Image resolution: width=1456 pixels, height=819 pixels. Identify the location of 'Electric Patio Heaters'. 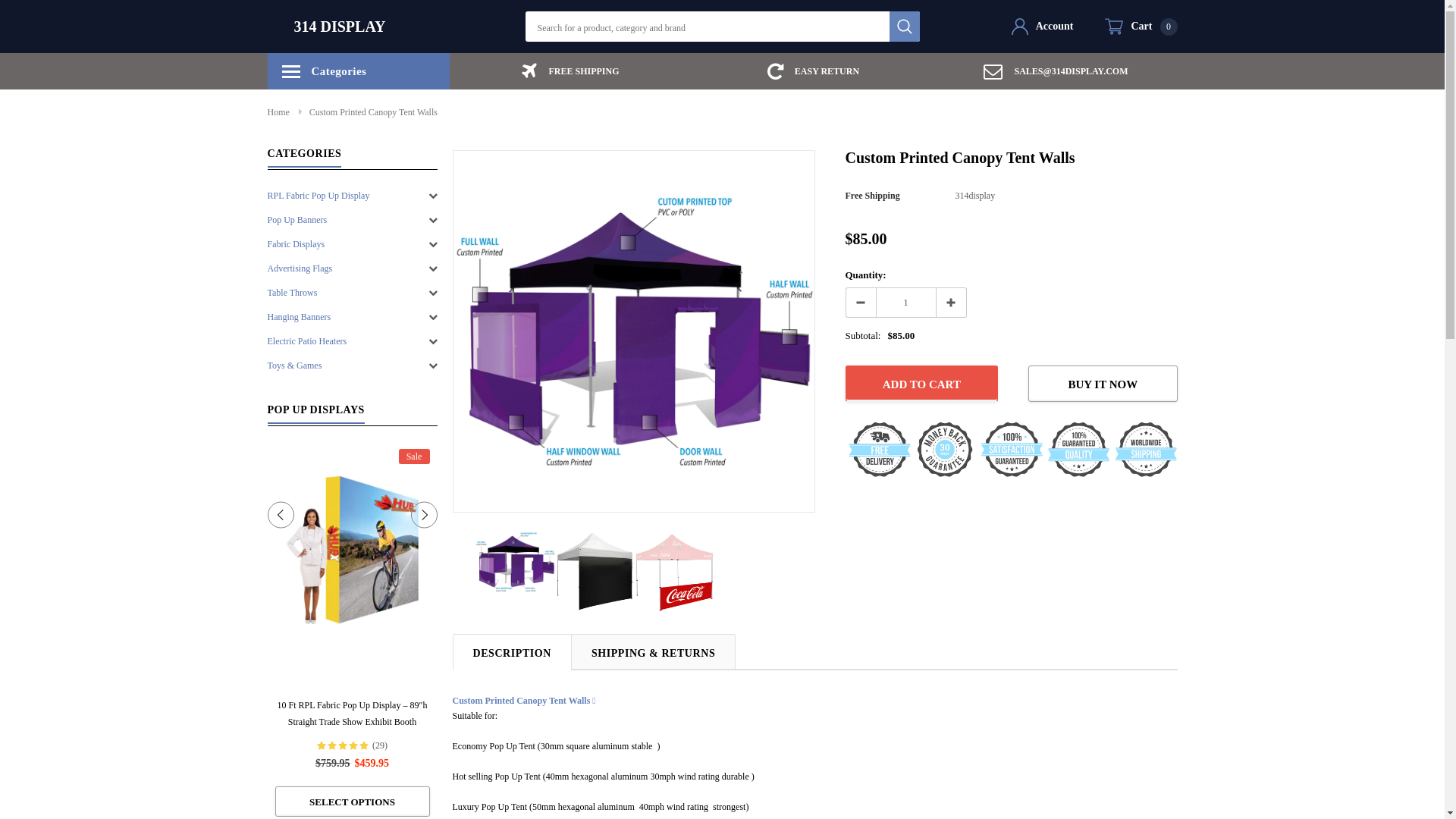
(306, 341).